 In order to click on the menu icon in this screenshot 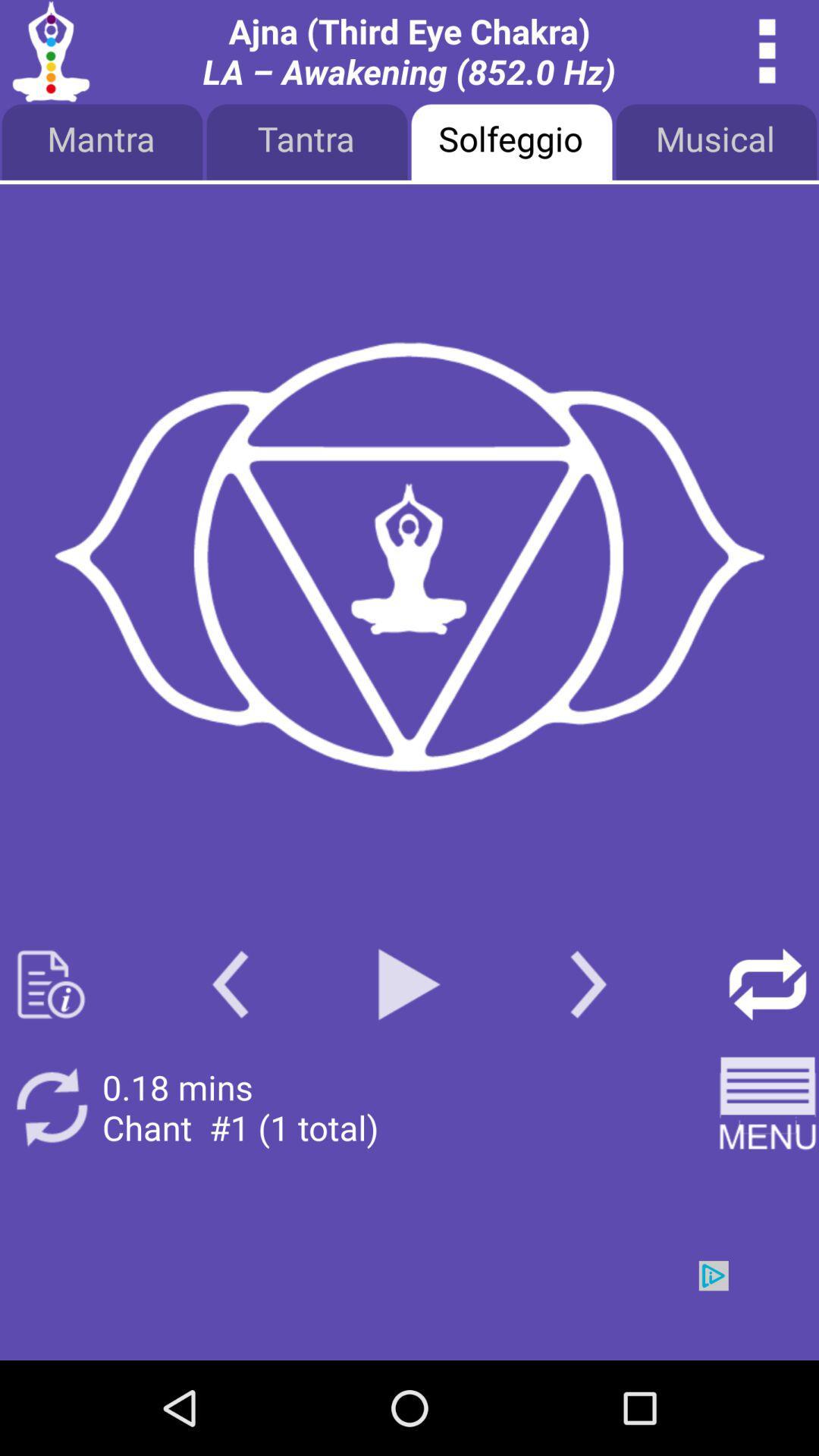, I will do `click(767, 1184)`.